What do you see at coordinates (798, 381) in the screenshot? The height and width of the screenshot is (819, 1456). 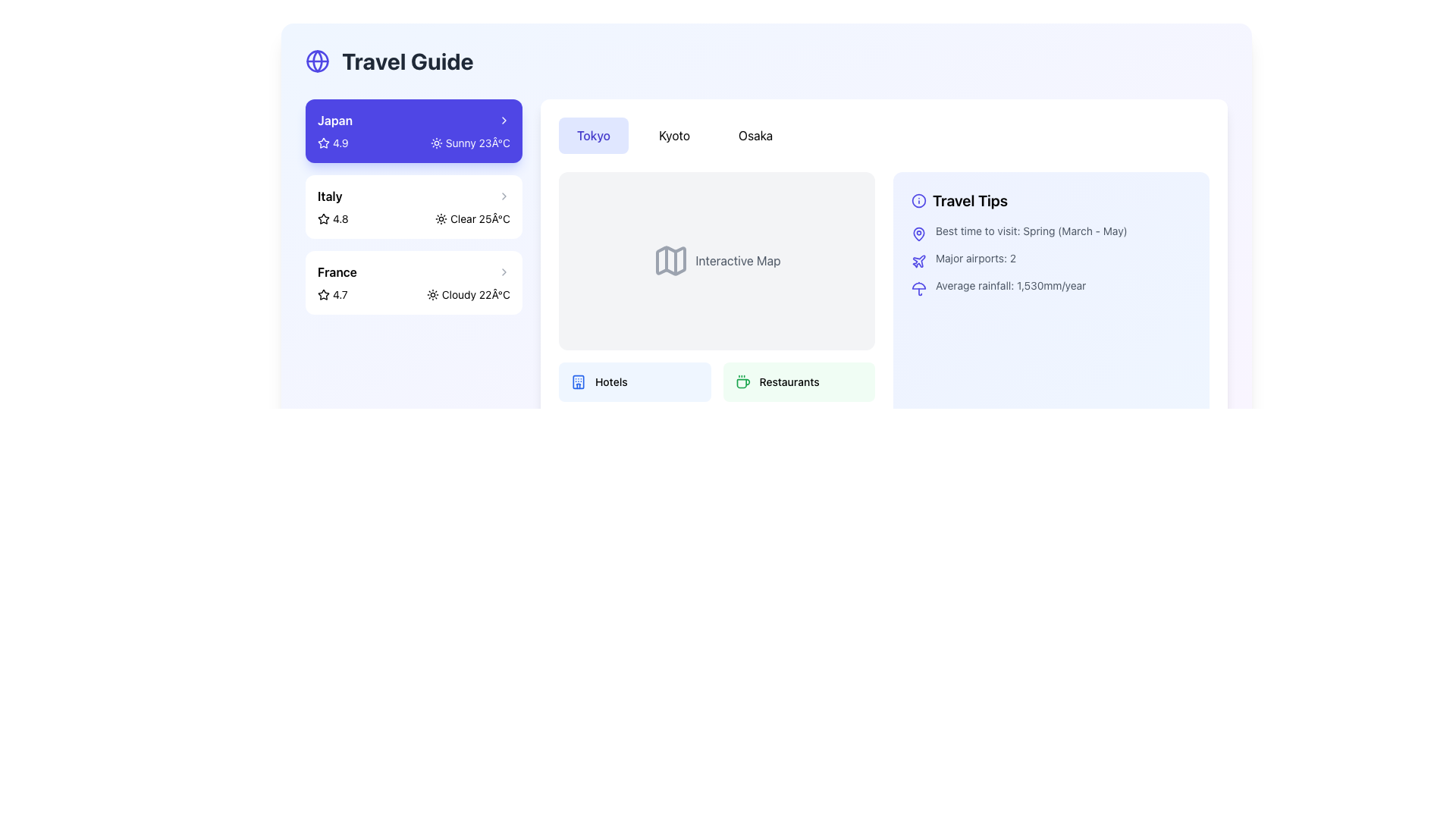 I see `the rectangular button with a light green background and a coffee cup icon labeled 'Restaurants'` at bounding box center [798, 381].